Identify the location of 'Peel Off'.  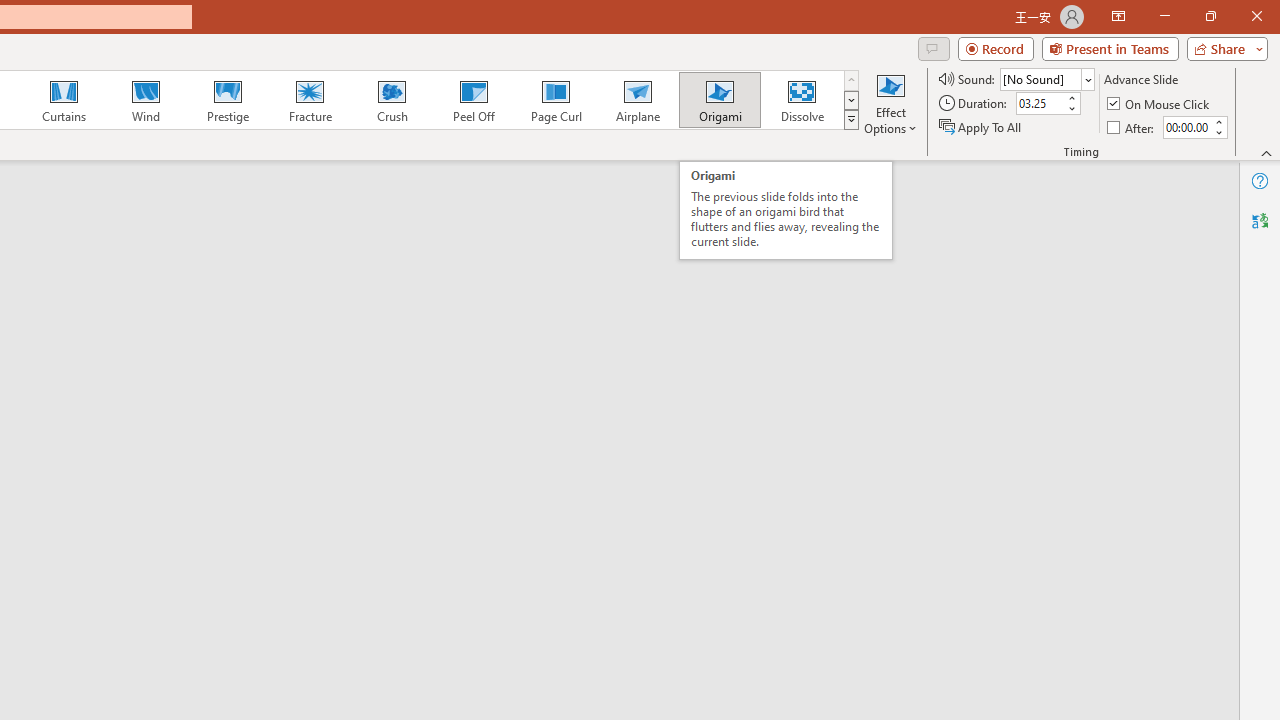
(472, 100).